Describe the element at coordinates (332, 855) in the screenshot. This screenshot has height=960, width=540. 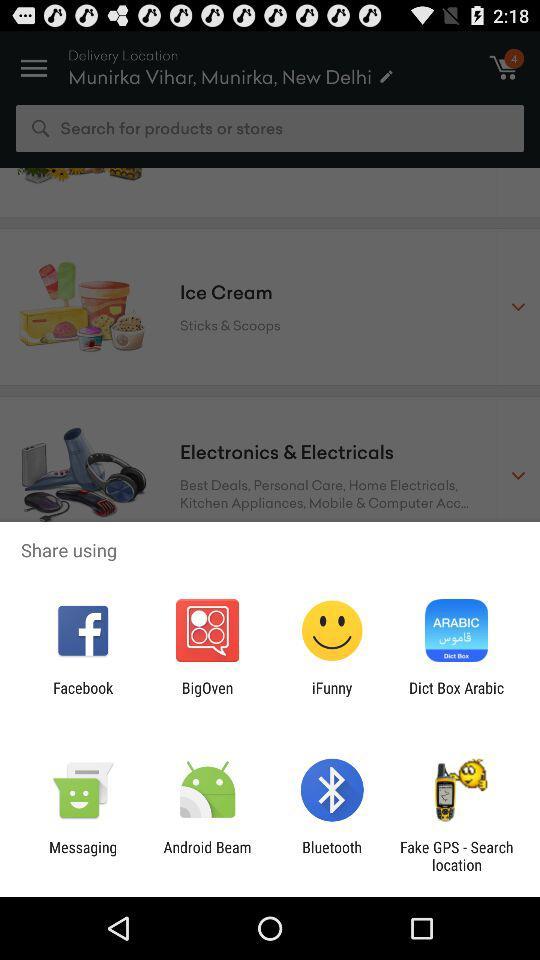
I see `icon next to the fake gps search app` at that location.